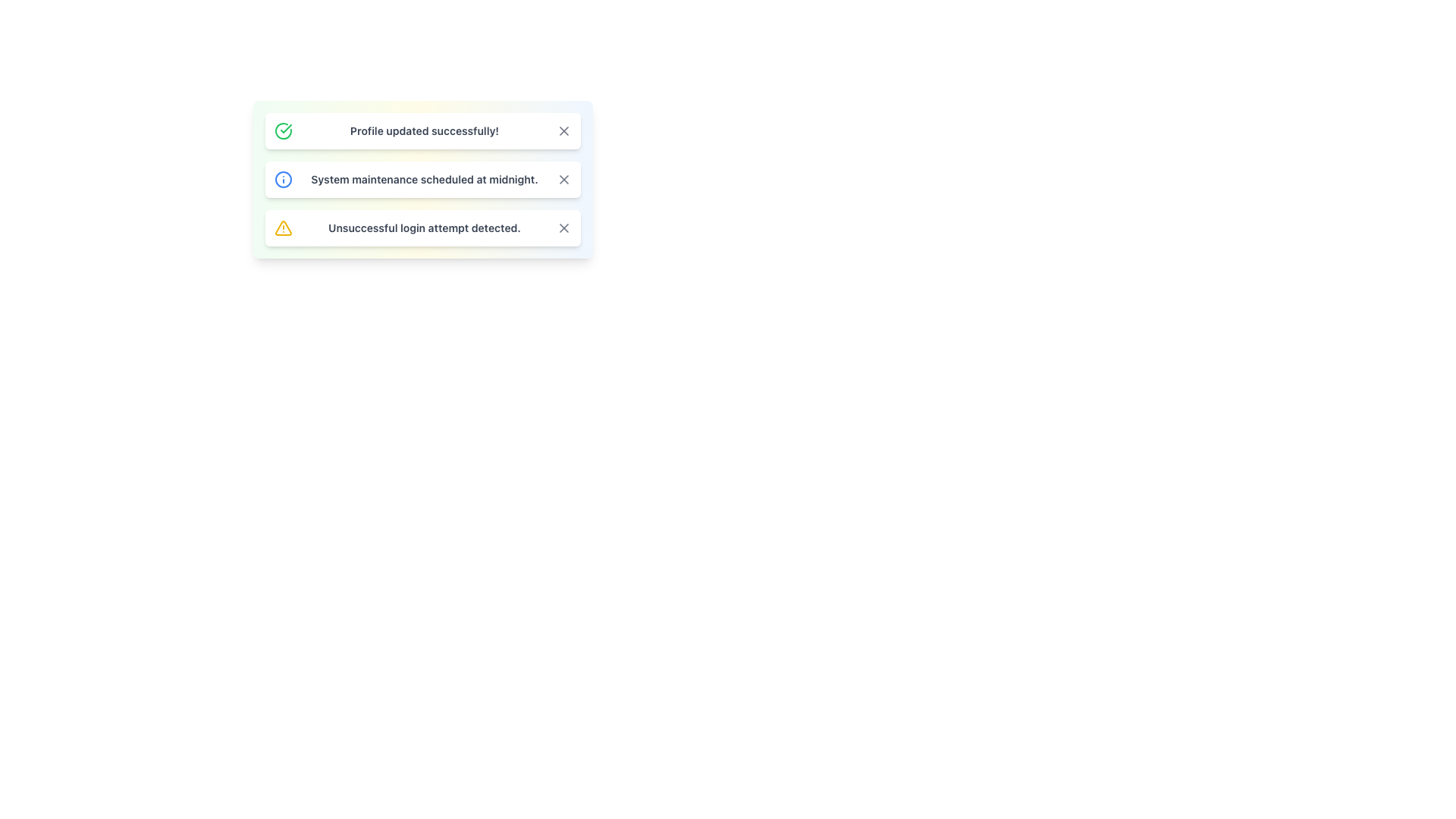 This screenshot has height=819, width=1456. I want to click on the small gray X icon located at the top-right corner of the success notification banner, so click(563, 130).